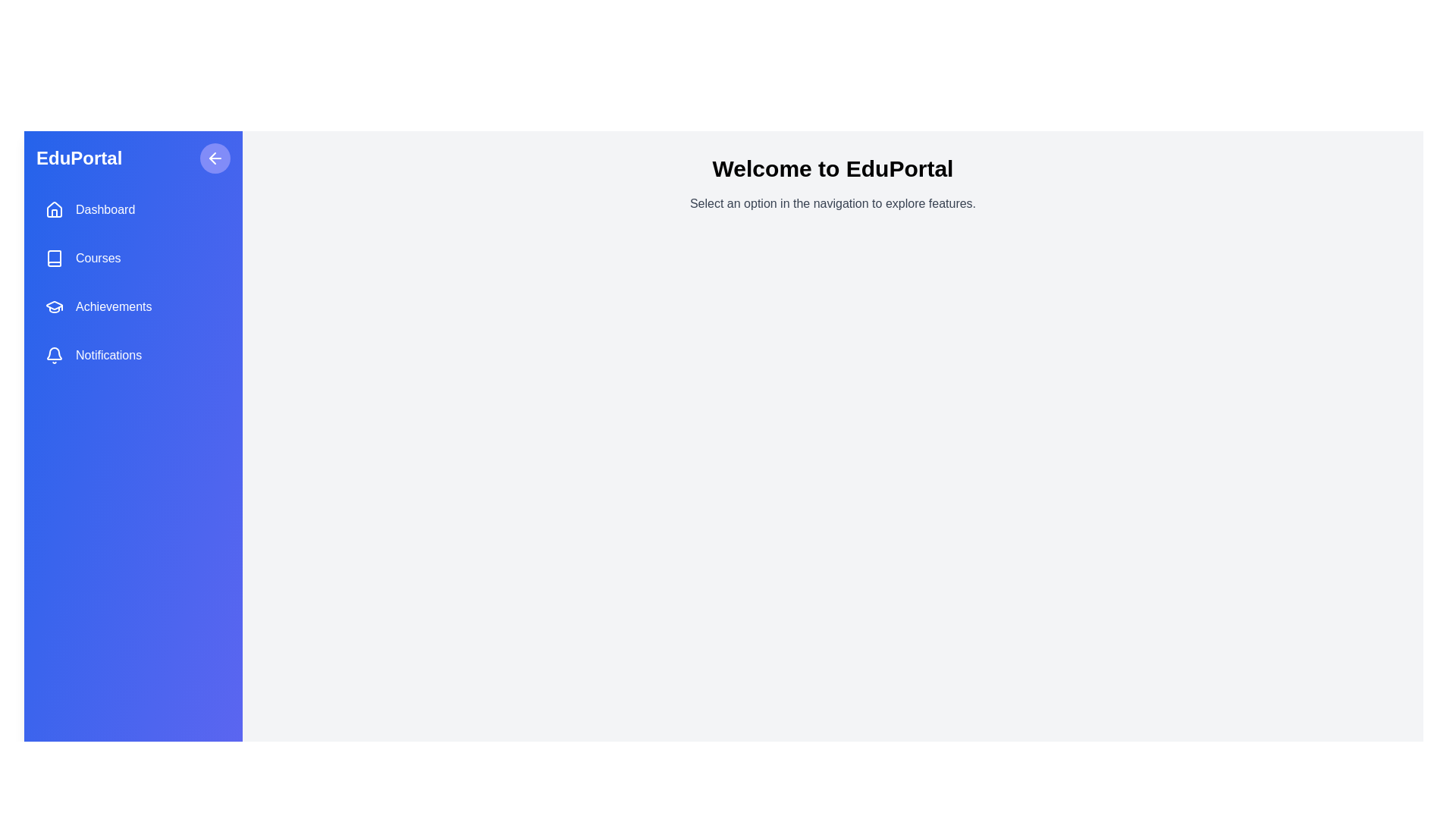  Describe the element at coordinates (133, 158) in the screenshot. I see `the 'EduPortal' branding text in the sidebar` at that location.